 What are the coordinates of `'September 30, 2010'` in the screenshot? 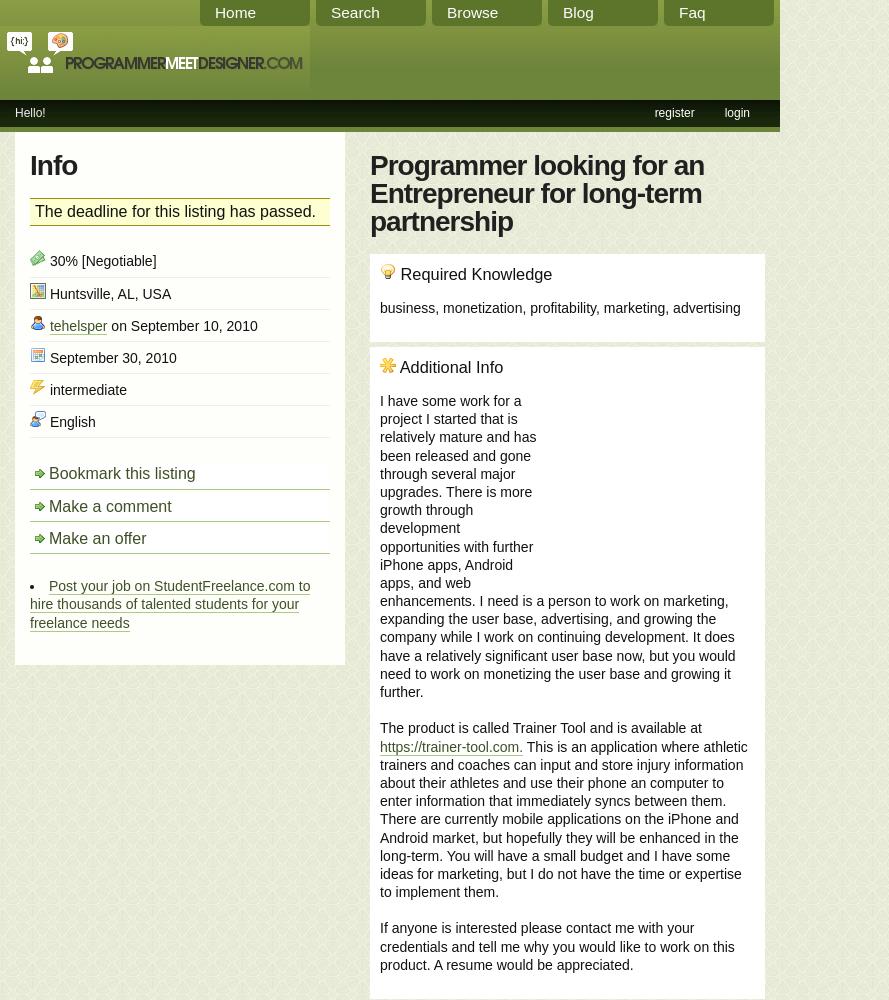 It's located at (45, 356).